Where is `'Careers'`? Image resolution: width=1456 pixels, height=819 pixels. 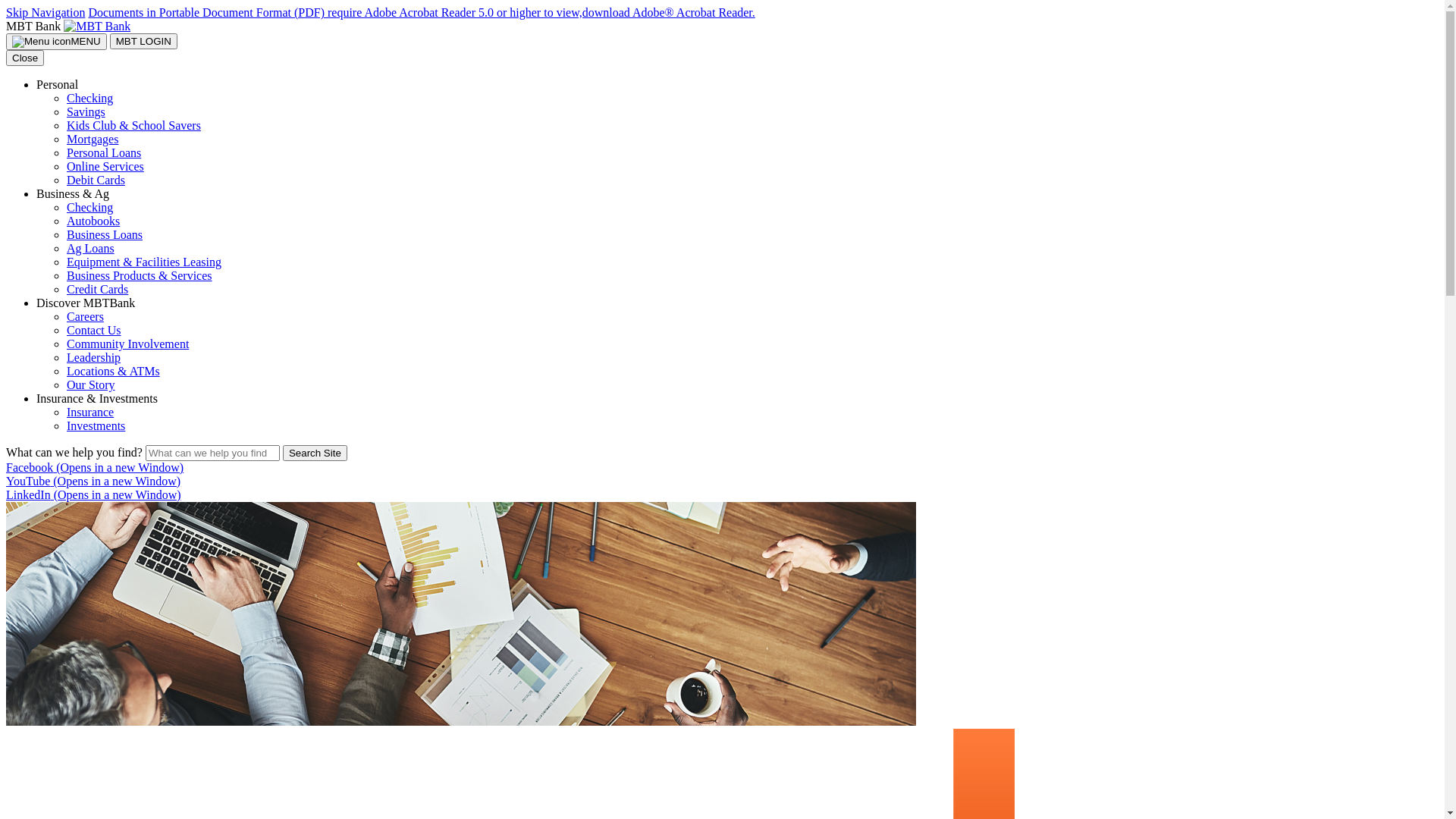 'Careers' is located at coordinates (65, 315).